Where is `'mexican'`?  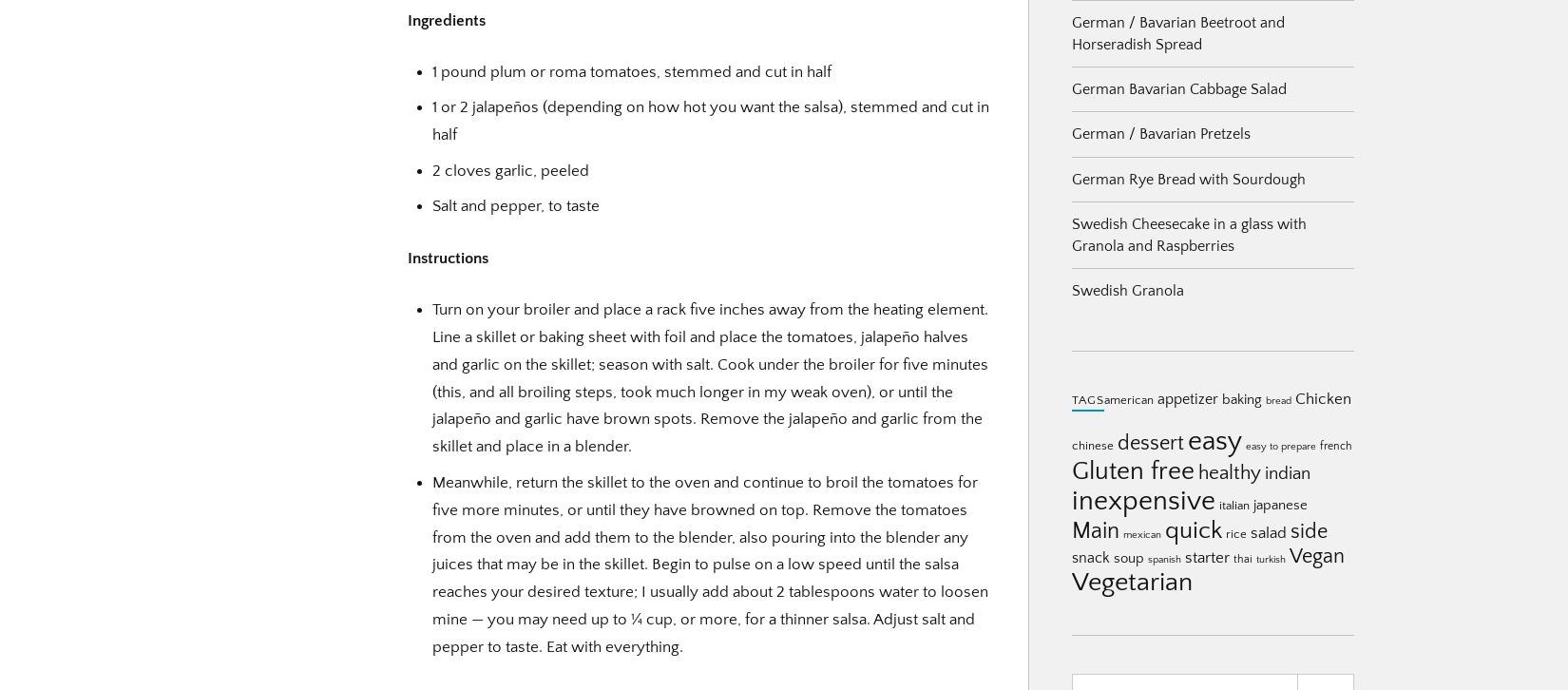 'mexican' is located at coordinates (1123, 534).